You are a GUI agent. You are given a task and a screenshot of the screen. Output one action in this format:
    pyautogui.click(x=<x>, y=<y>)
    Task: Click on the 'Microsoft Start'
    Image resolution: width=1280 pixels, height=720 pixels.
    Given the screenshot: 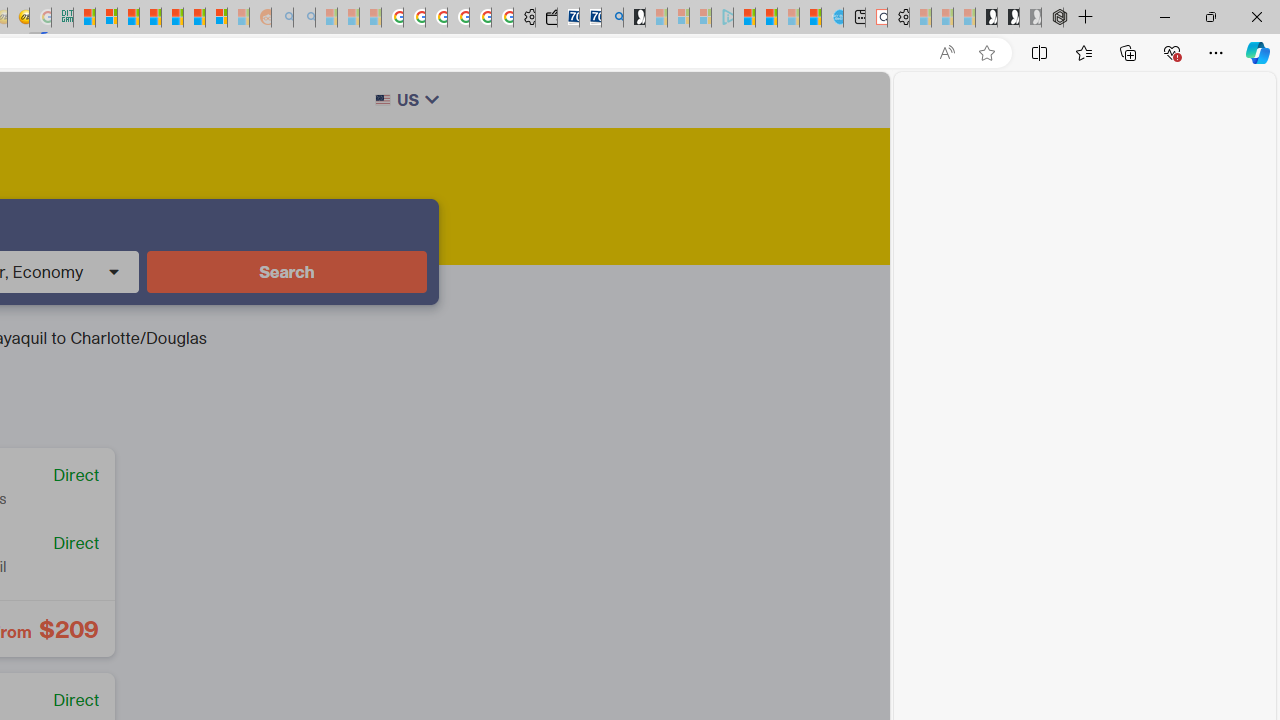 What is the action you would take?
    pyautogui.click(x=743, y=17)
    